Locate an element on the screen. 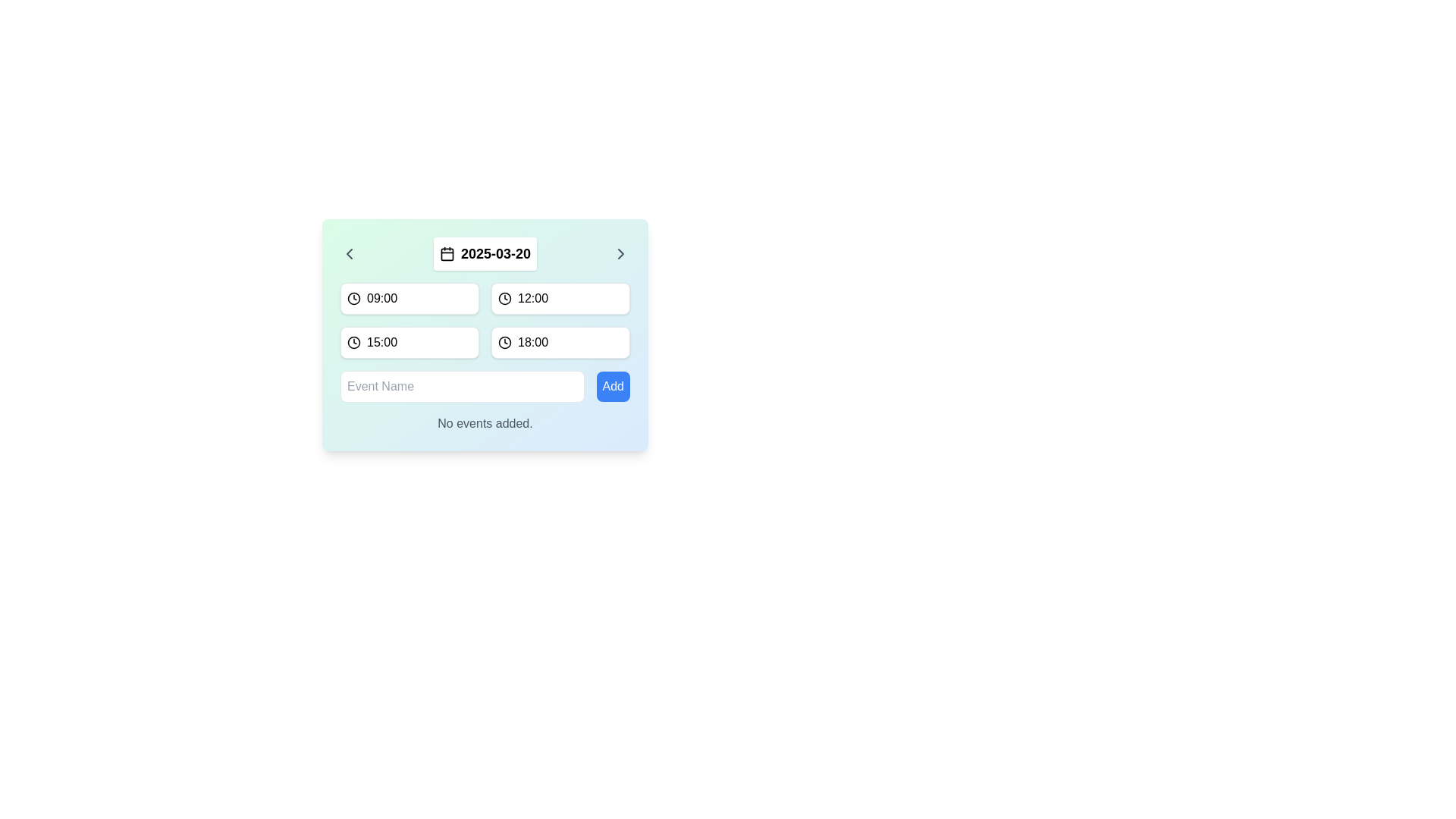 This screenshot has height=819, width=1456. the right-facing chevron icon is located at coordinates (621, 253).